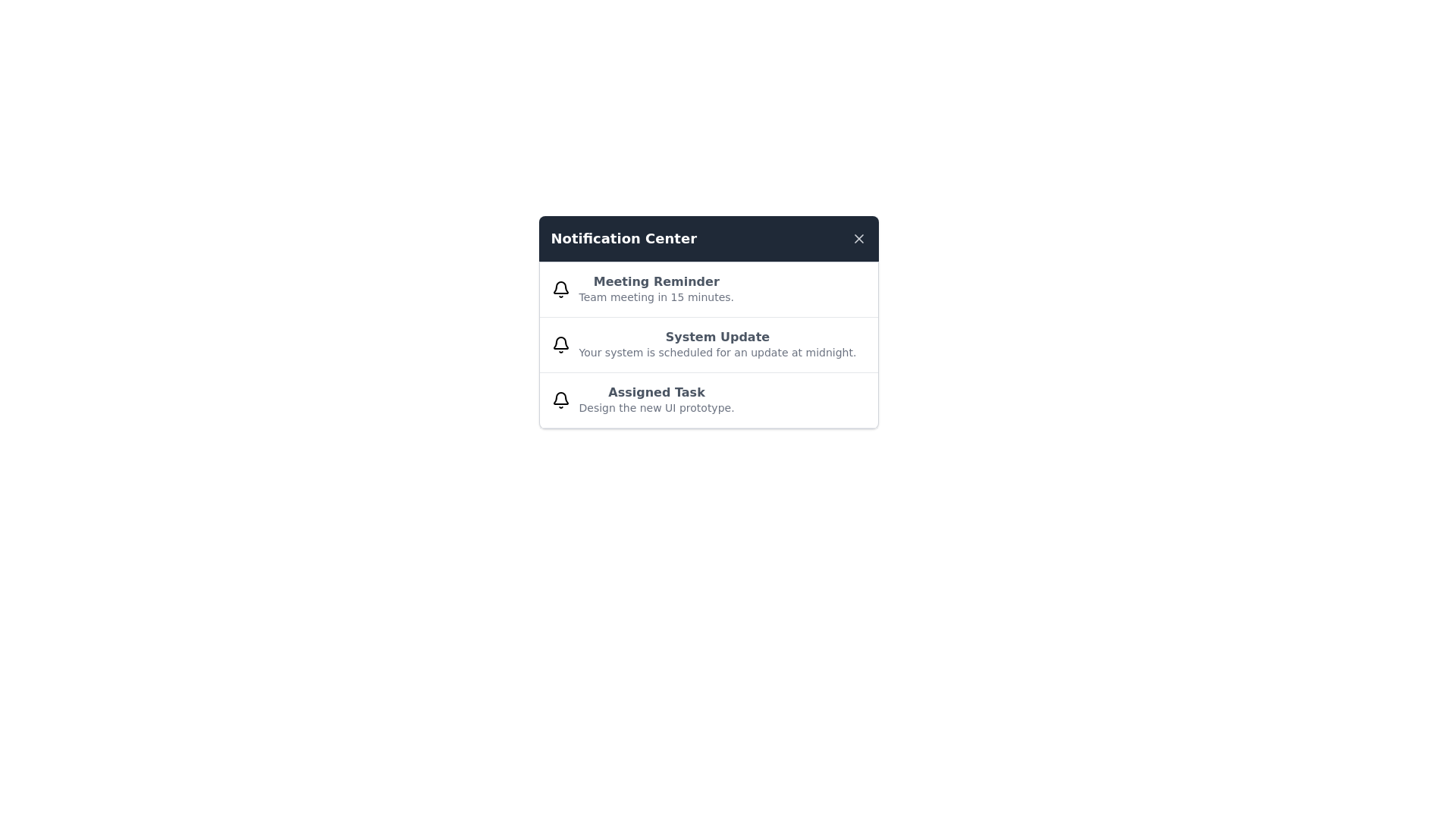  What do you see at coordinates (708, 345) in the screenshot?
I see `the second notification item in the vertical notification list, which displays a bell icon on the left with the title 'System Update' and description 'Your system is scheduled for an update at midnight.'` at bounding box center [708, 345].